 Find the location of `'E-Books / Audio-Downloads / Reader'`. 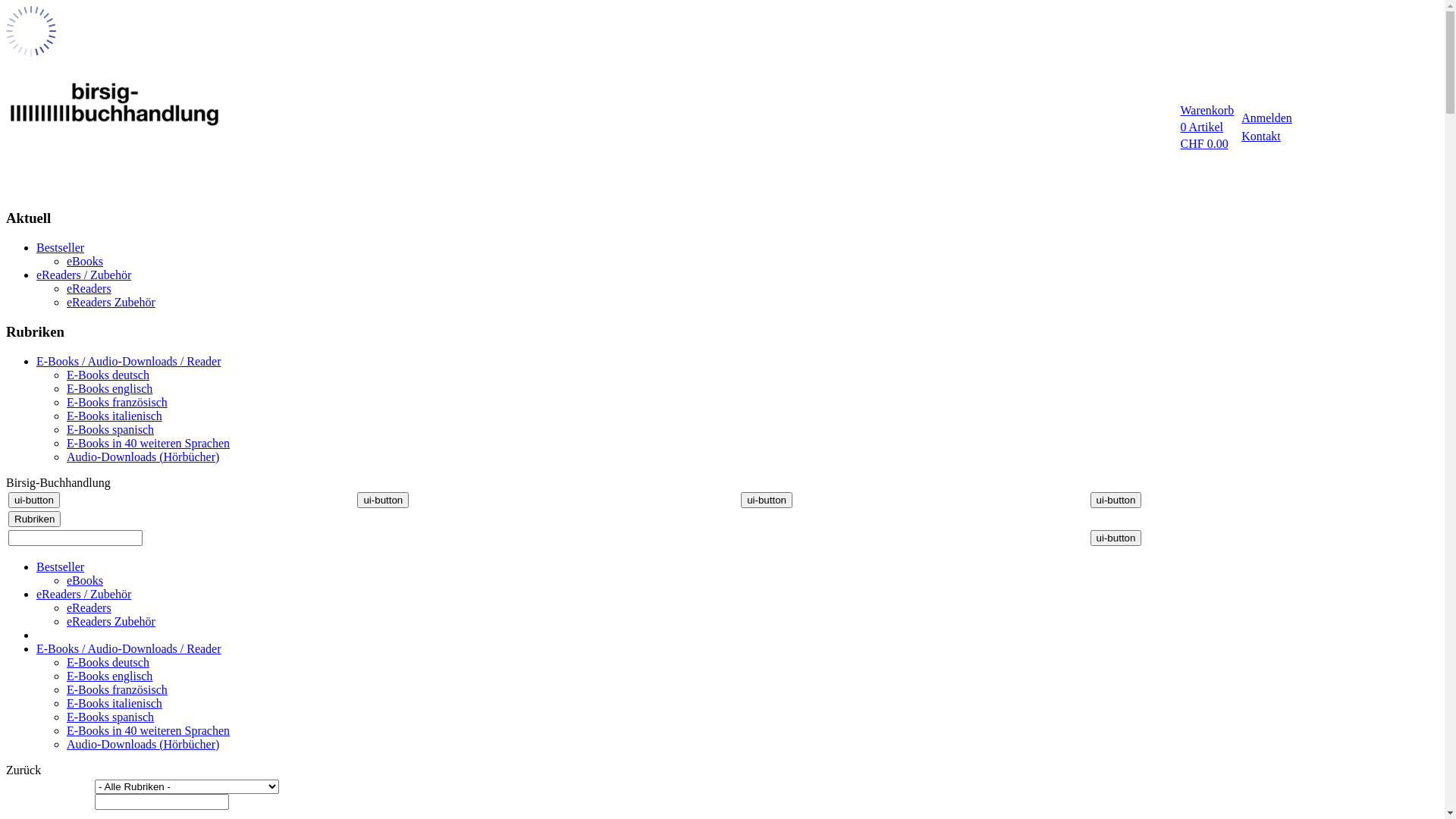

'E-Books / Audio-Downloads / Reader' is located at coordinates (128, 648).